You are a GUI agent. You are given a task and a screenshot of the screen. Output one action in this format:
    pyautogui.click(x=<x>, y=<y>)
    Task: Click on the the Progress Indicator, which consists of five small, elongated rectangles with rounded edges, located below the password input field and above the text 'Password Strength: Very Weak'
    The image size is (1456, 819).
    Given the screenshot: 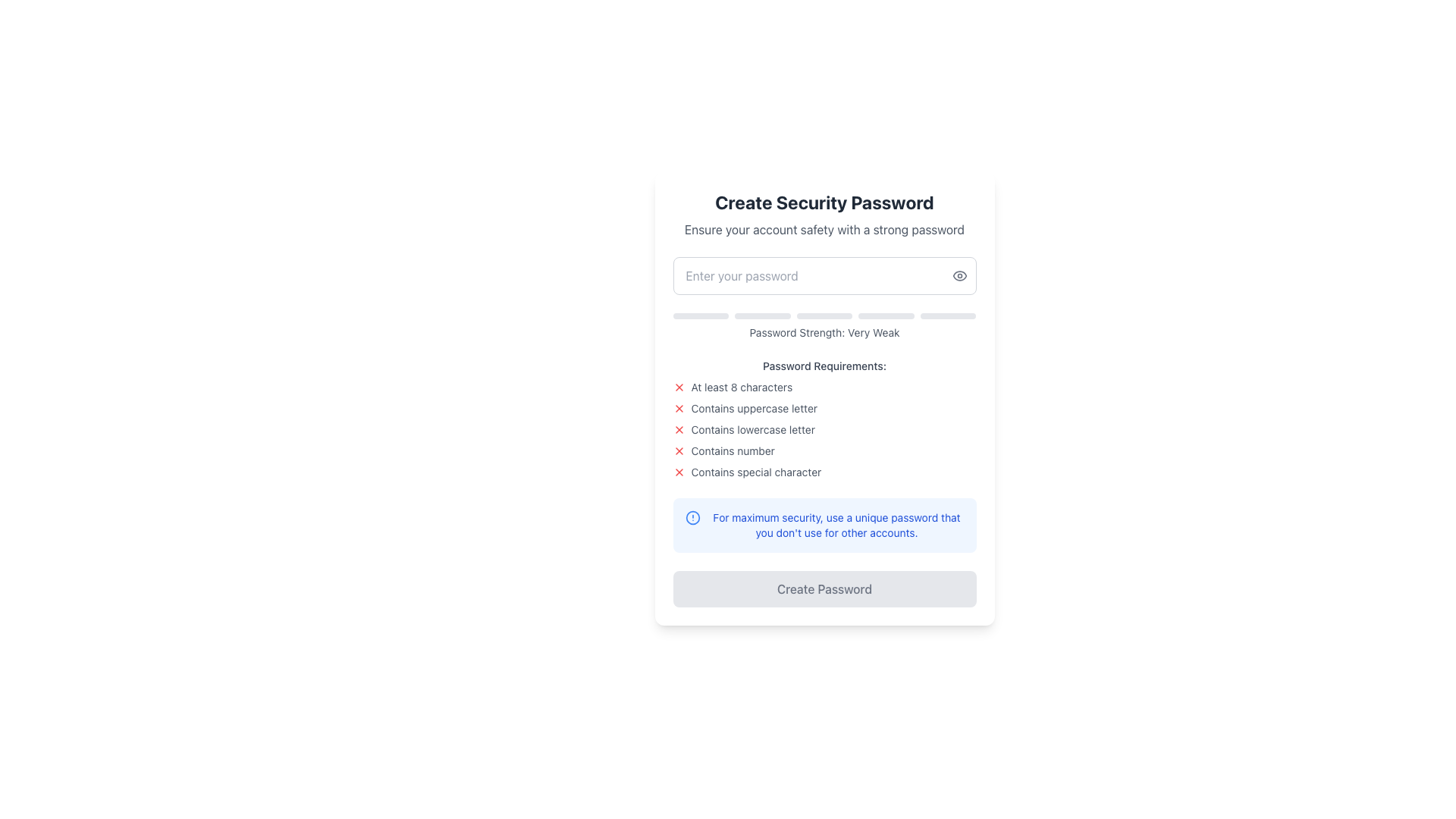 What is the action you would take?
    pyautogui.click(x=824, y=315)
    